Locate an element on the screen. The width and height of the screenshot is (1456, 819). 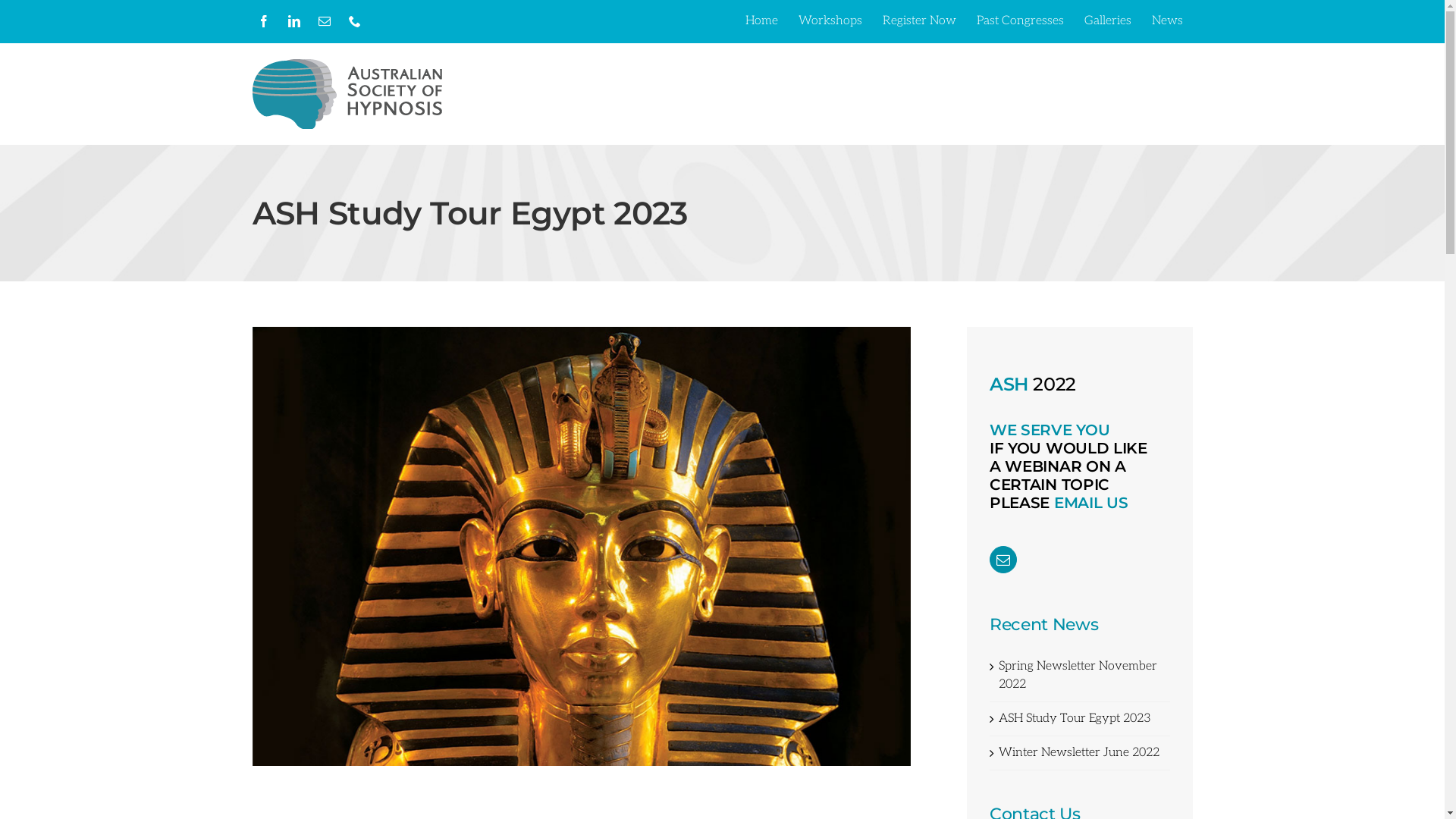
'News' is located at coordinates (1142, 20).